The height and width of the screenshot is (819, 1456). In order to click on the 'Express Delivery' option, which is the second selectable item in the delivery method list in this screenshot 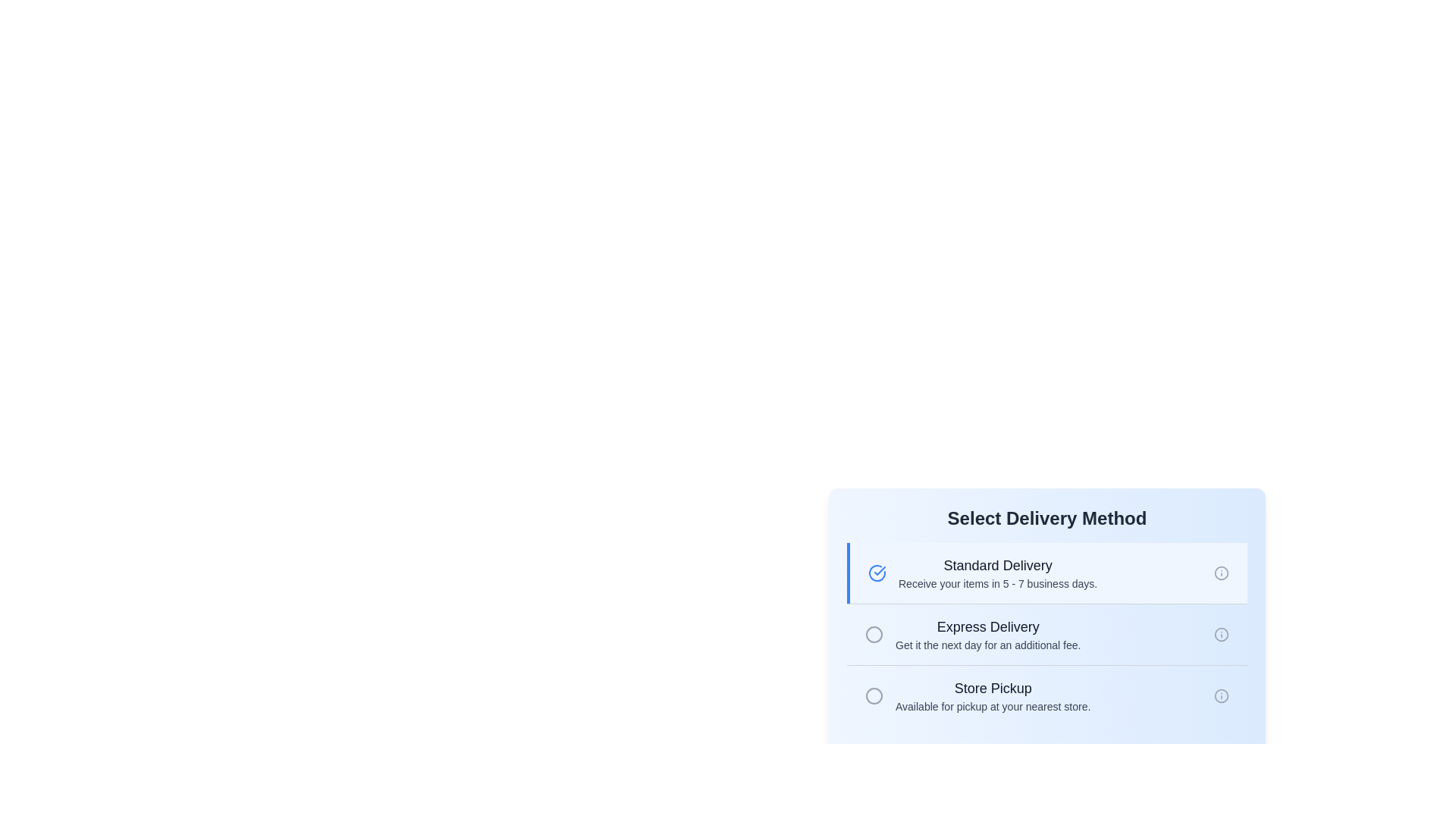, I will do `click(972, 635)`.